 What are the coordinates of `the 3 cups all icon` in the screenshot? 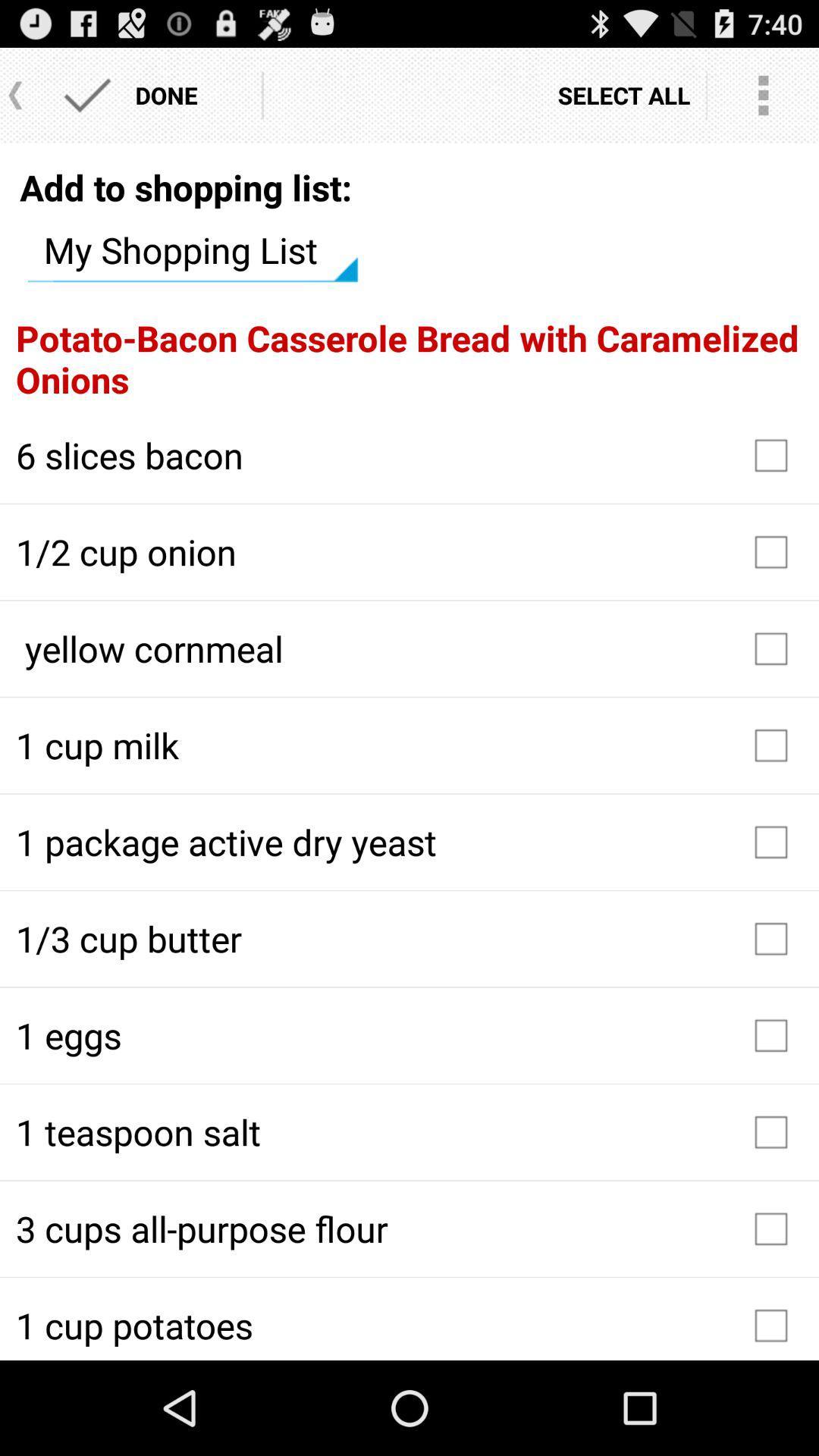 It's located at (409, 1228).